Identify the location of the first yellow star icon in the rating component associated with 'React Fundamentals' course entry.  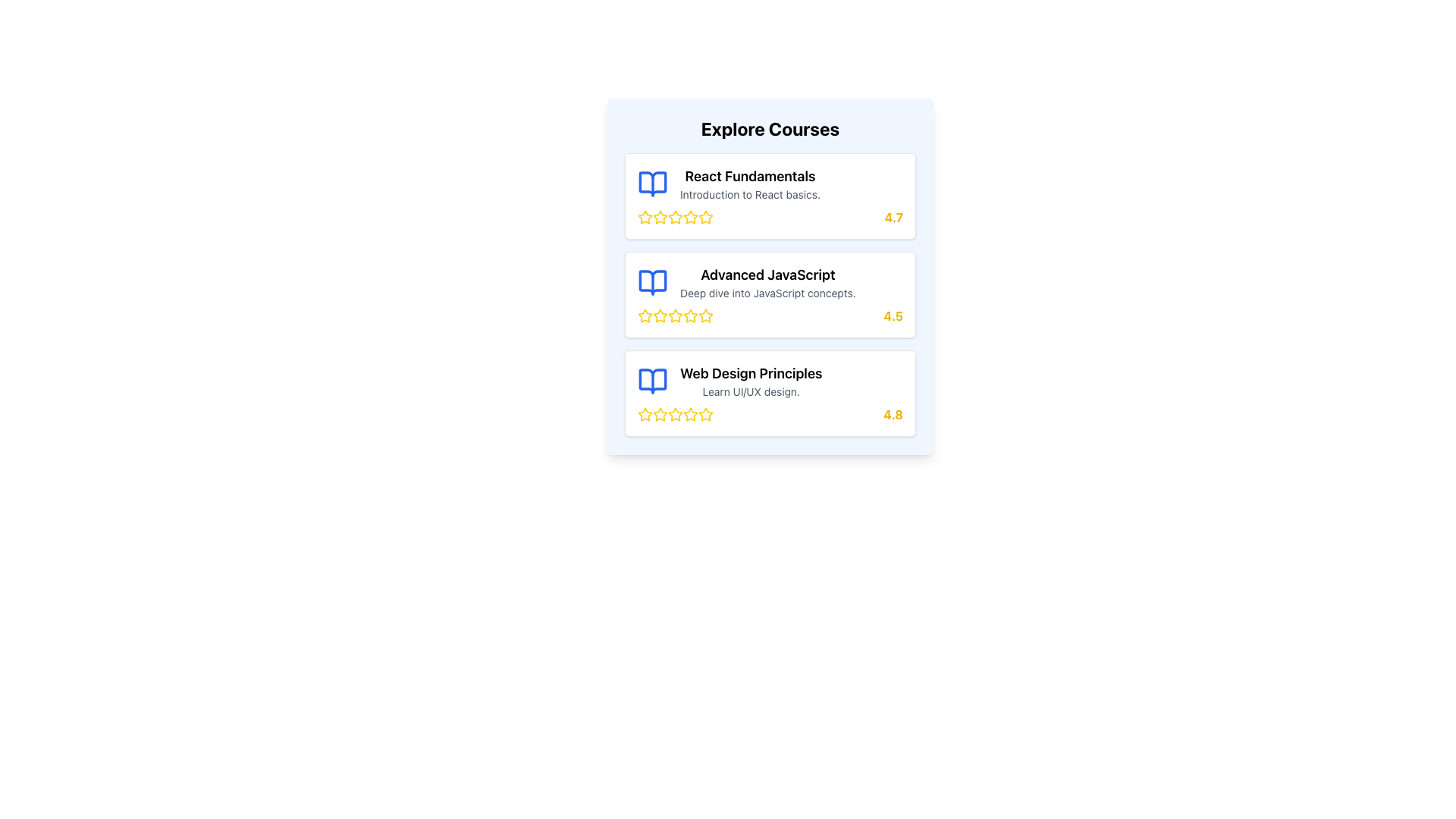
(645, 217).